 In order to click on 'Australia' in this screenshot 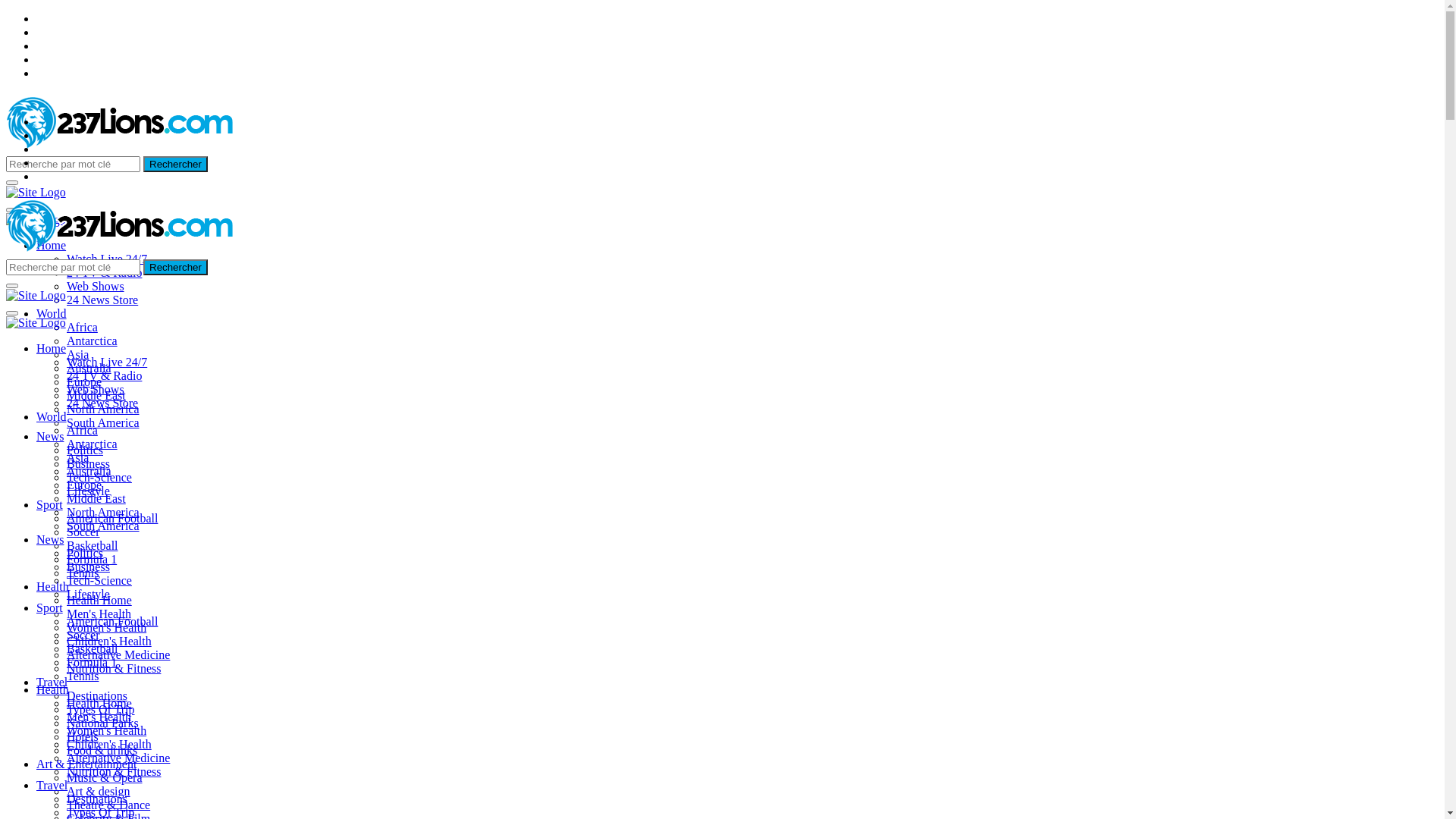, I will do `click(88, 368)`.